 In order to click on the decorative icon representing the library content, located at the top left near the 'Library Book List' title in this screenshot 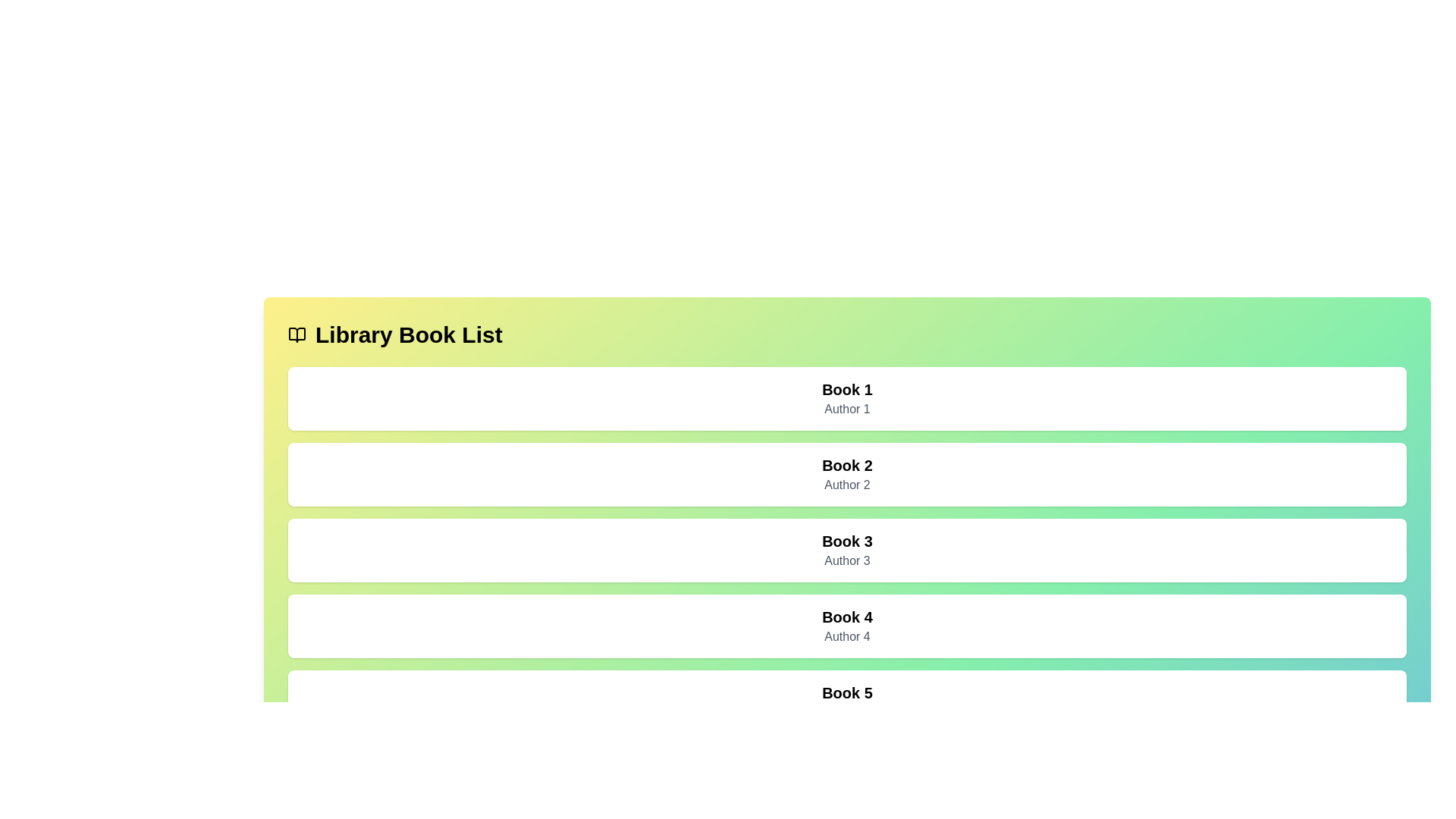, I will do `click(297, 334)`.